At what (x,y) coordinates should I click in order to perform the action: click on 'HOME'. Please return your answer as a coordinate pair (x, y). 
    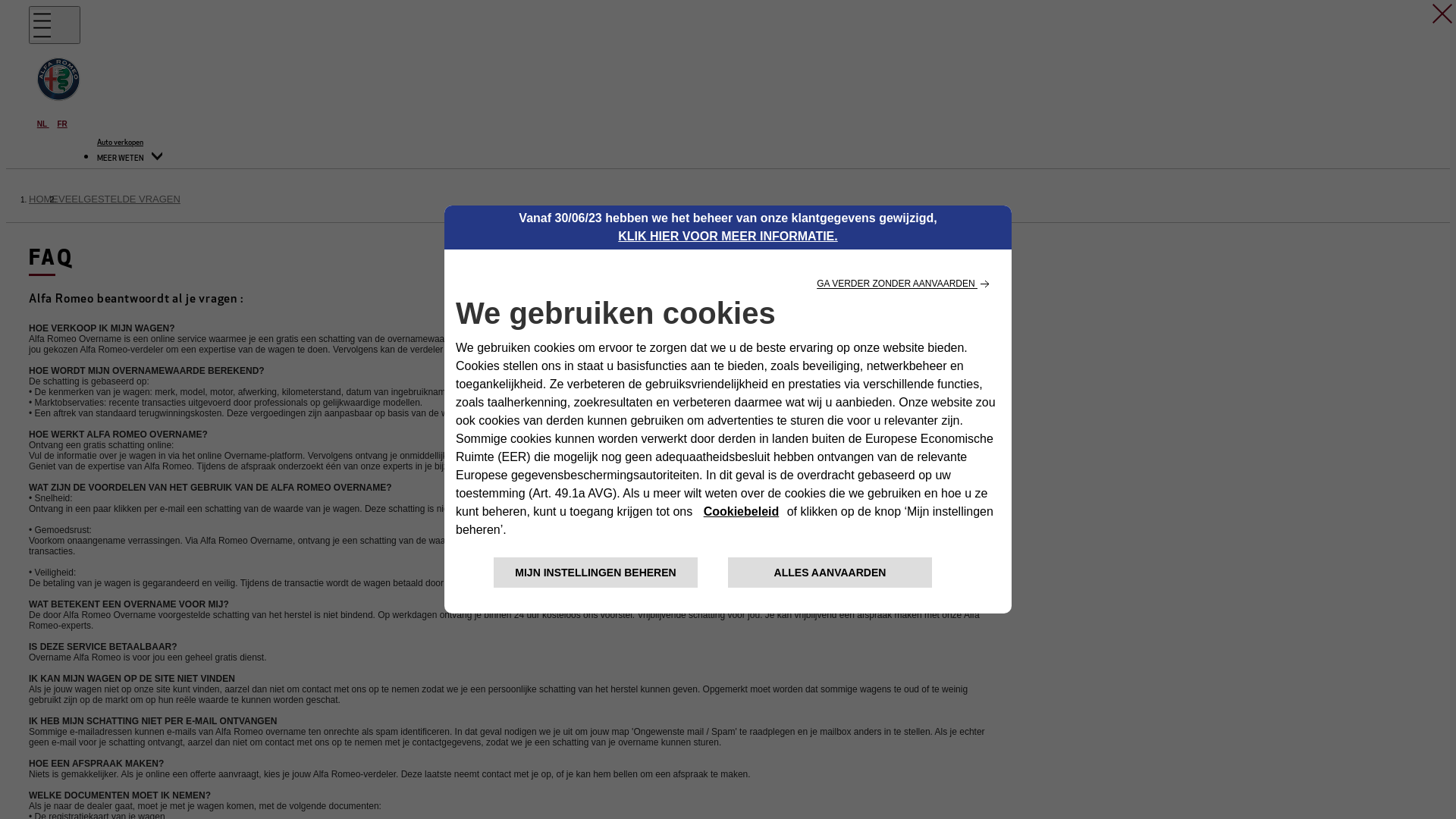
    Looking at the image, I should click on (43, 198).